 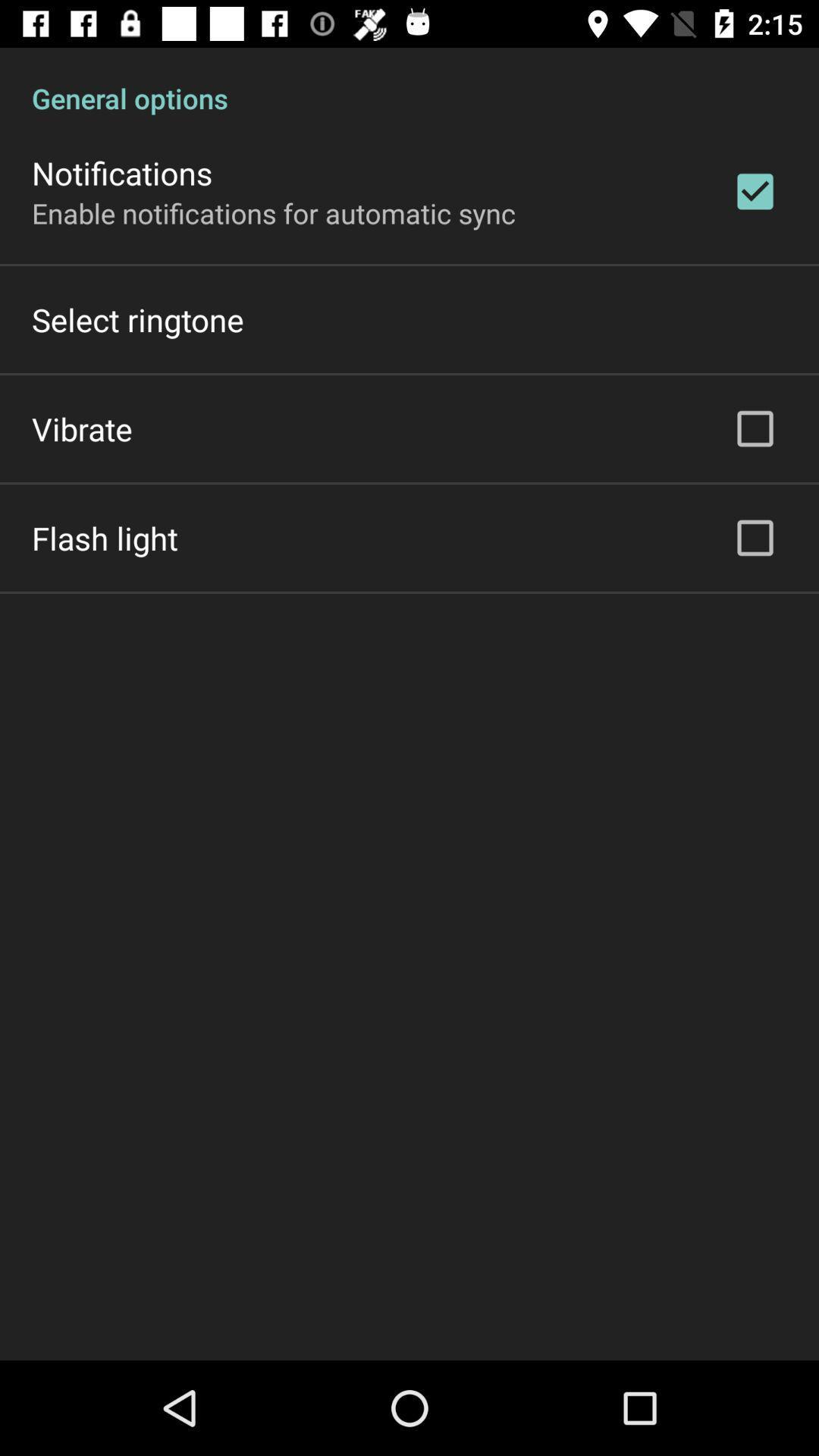 I want to click on select ringtone, so click(x=137, y=318).